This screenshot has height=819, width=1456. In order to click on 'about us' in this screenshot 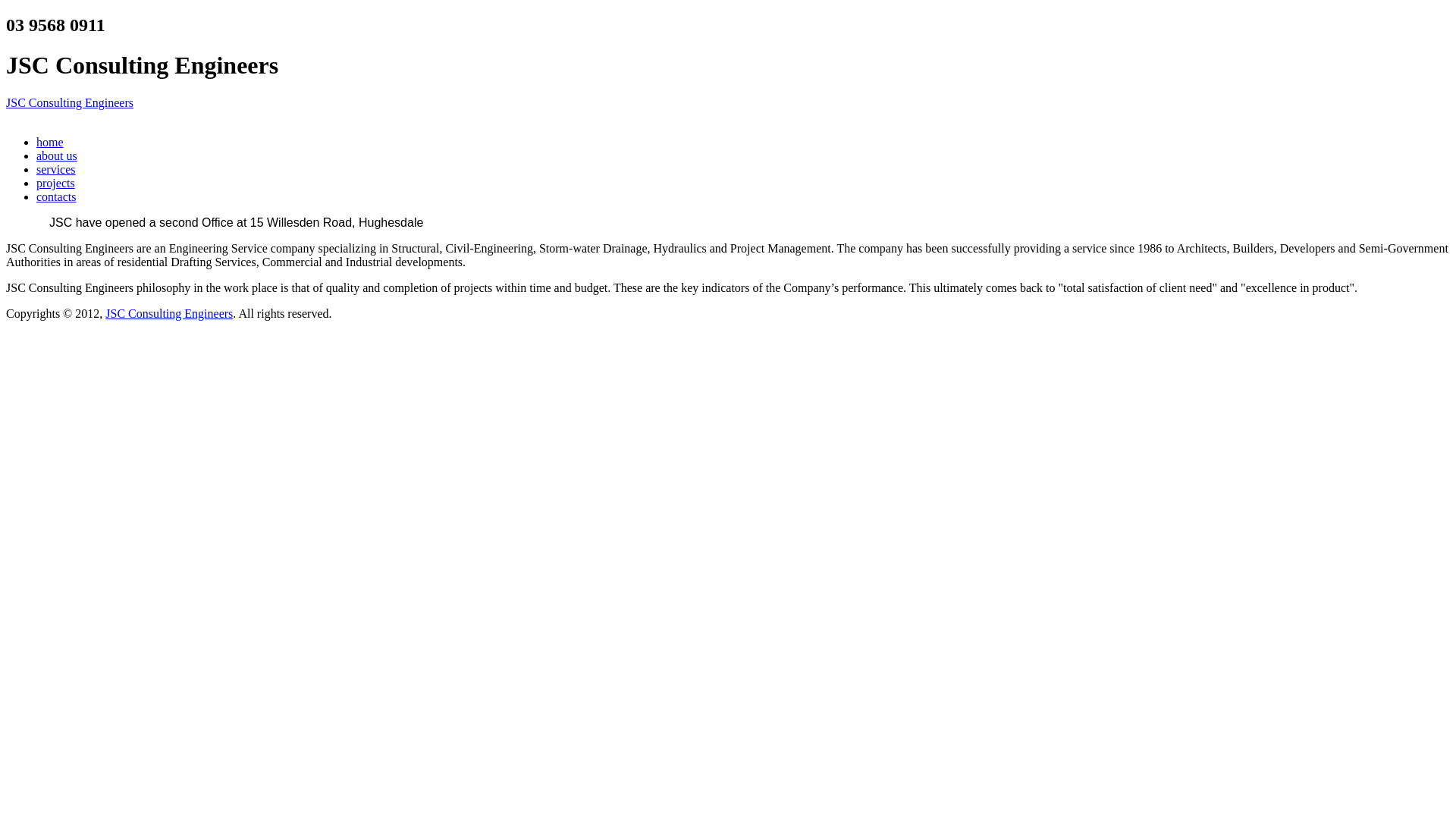, I will do `click(36, 155)`.